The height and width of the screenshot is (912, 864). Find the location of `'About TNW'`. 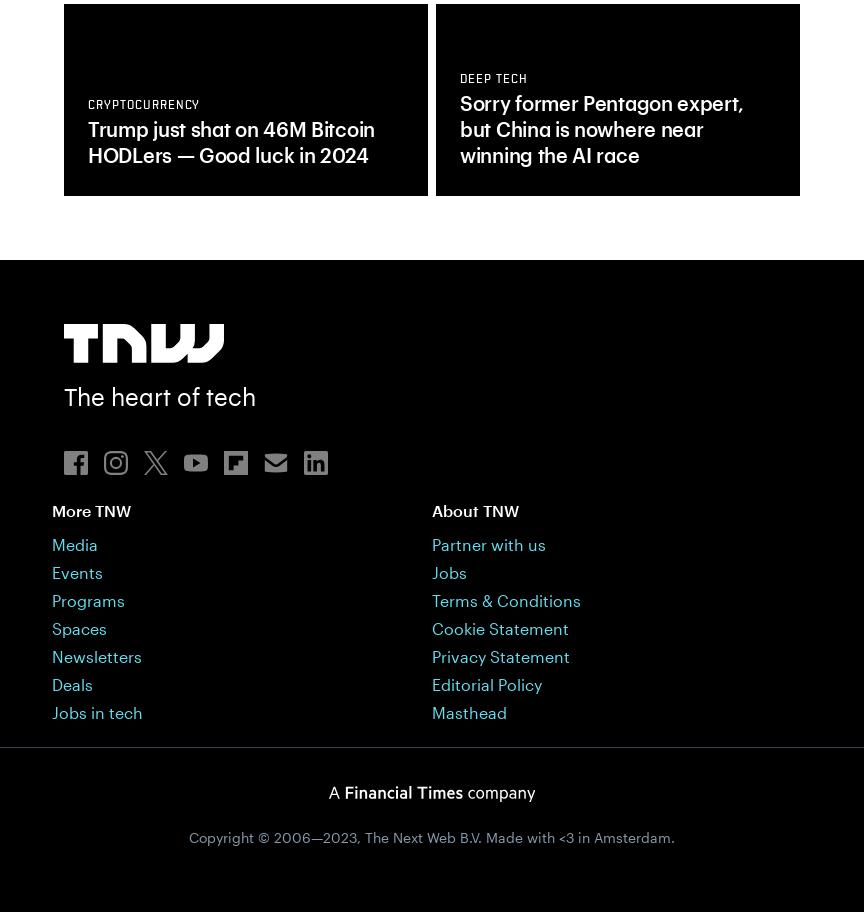

'About TNW' is located at coordinates (432, 508).